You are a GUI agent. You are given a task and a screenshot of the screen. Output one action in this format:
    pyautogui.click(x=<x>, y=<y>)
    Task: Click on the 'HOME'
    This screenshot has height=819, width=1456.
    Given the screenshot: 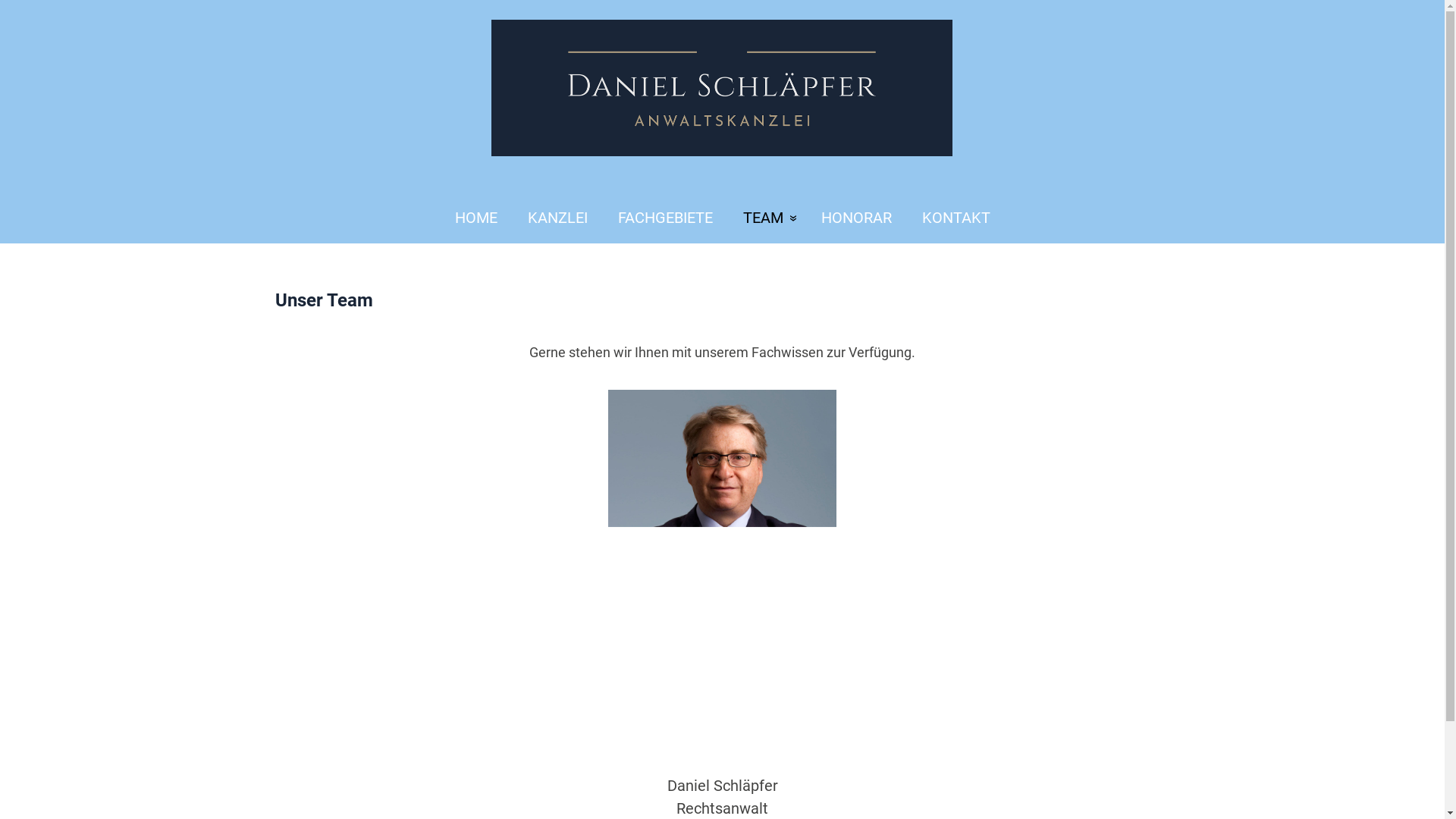 What is the action you would take?
    pyautogui.click(x=468, y=218)
    